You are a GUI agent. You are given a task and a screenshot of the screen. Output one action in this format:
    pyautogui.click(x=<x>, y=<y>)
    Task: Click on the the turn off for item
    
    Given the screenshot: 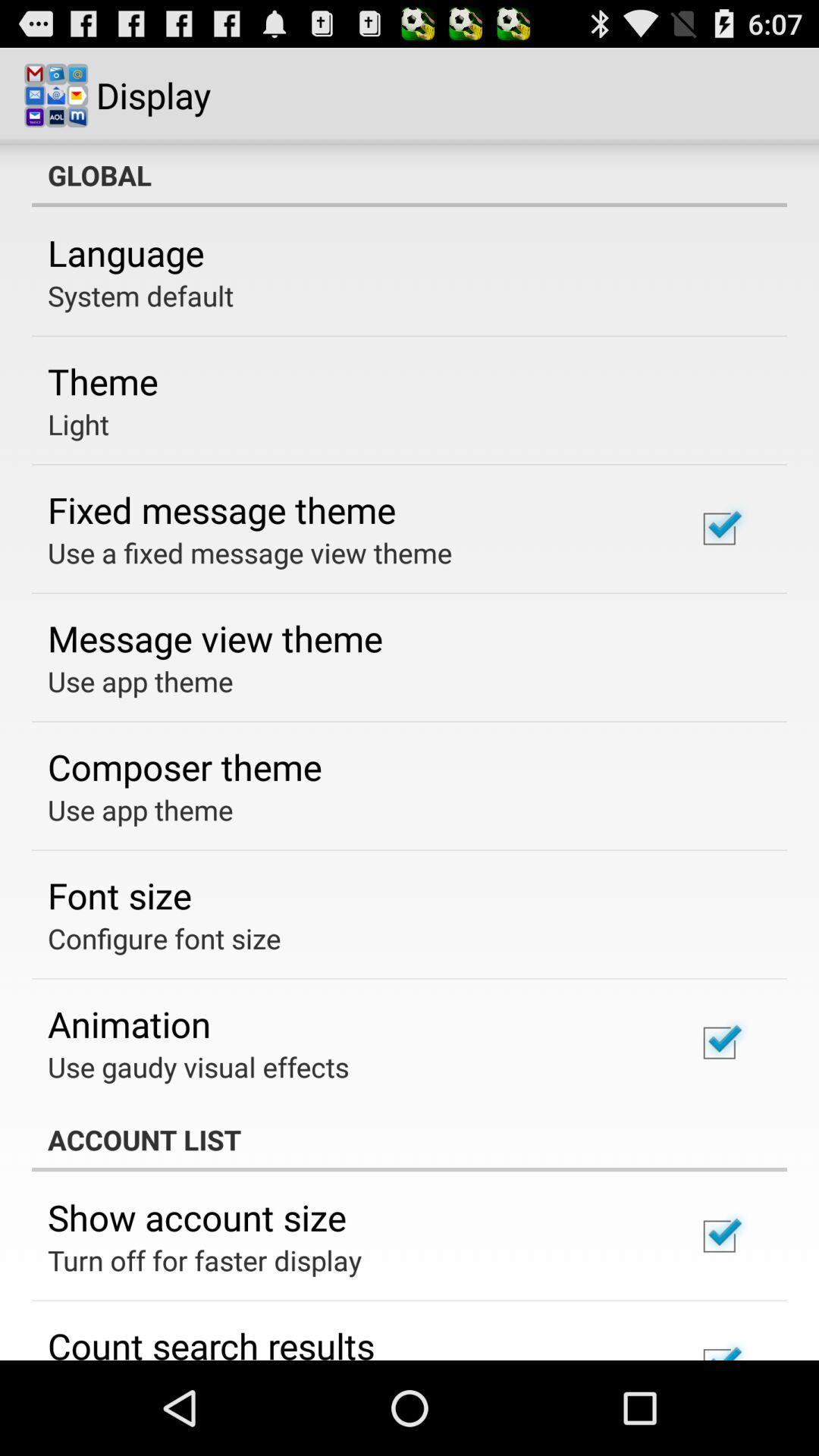 What is the action you would take?
    pyautogui.click(x=205, y=1260)
    